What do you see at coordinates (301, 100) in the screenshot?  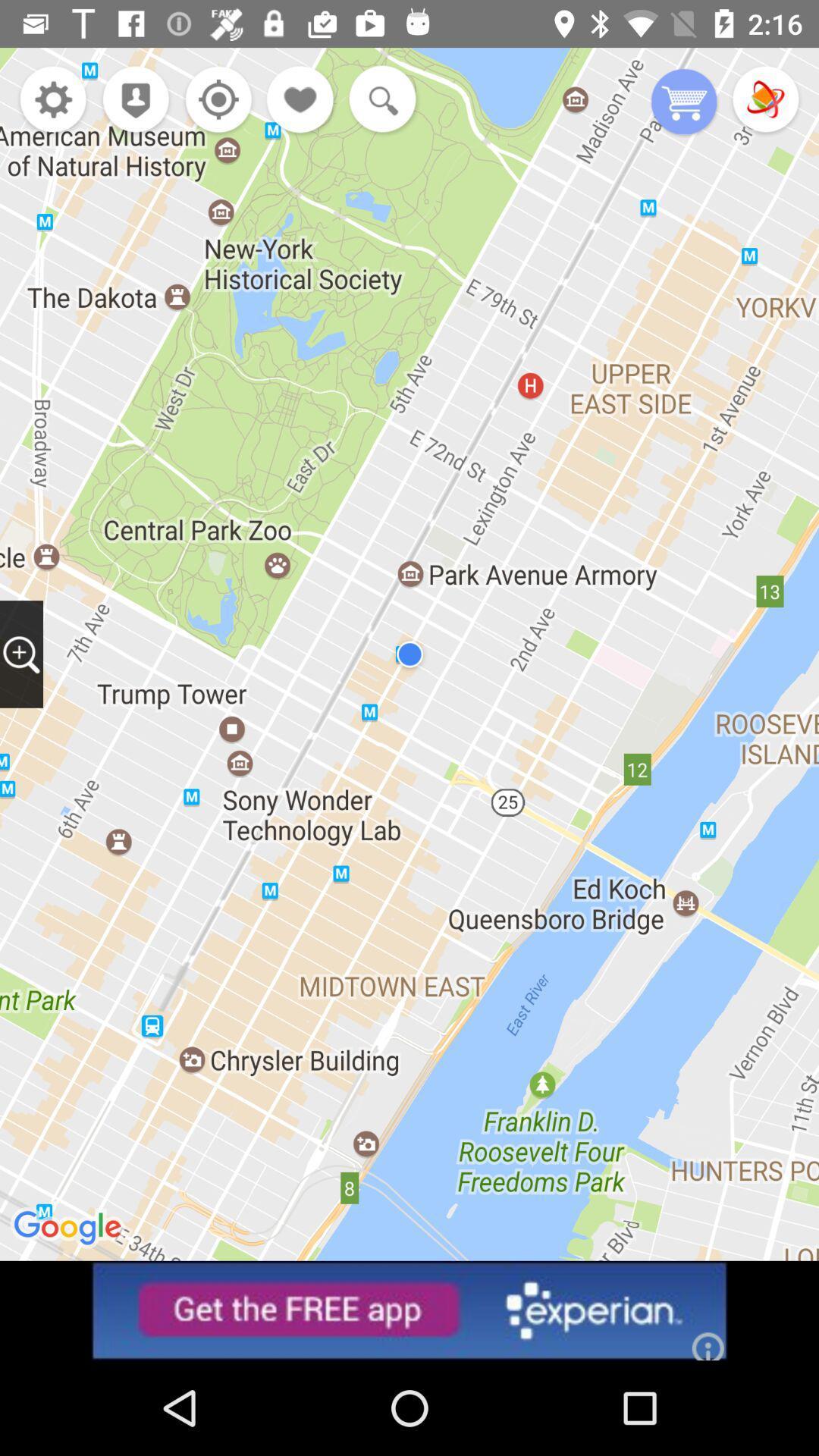 I see `the favorite icon` at bounding box center [301, 100].